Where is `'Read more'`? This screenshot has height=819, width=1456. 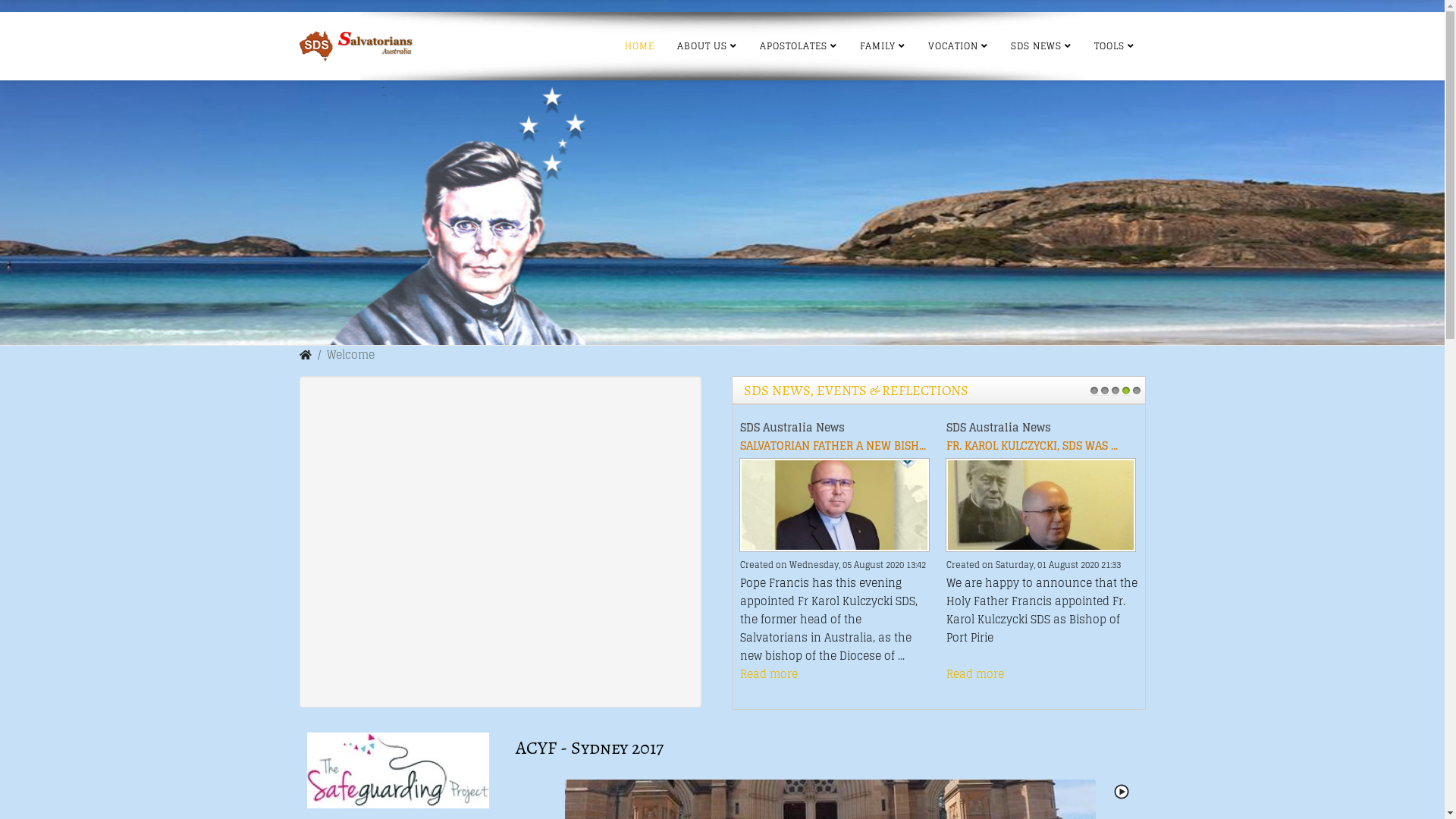
'Read more' is located at coordinates (768, 673).